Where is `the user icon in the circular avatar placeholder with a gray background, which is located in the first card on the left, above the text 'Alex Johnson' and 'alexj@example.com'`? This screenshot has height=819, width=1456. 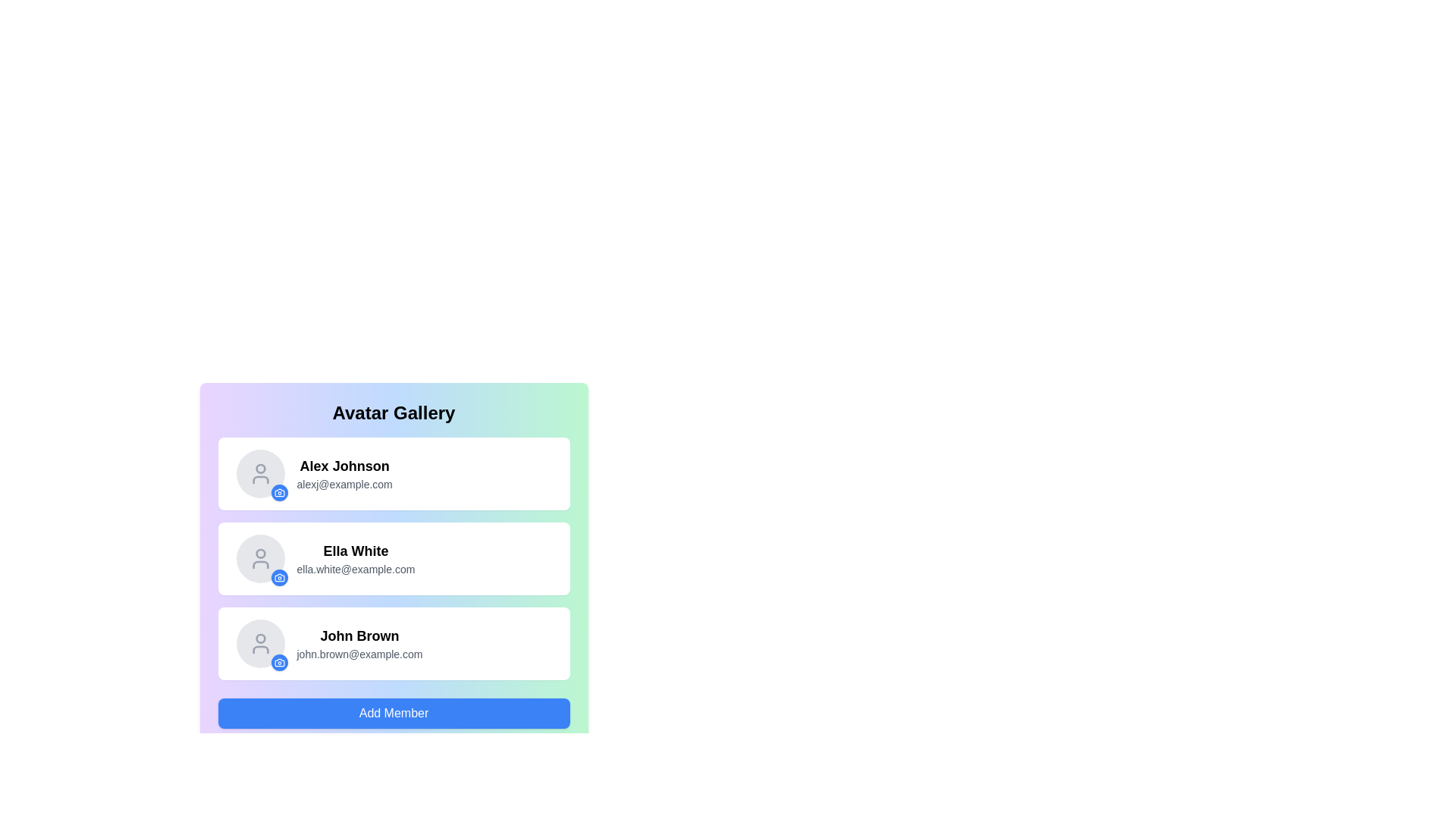
the user icon in the circular avatar placeholder with a gray background, which is located in the first card on the left, above the text 'Alex Johnson' and 'alexj@example.com' is located at coordinates (260, 472).